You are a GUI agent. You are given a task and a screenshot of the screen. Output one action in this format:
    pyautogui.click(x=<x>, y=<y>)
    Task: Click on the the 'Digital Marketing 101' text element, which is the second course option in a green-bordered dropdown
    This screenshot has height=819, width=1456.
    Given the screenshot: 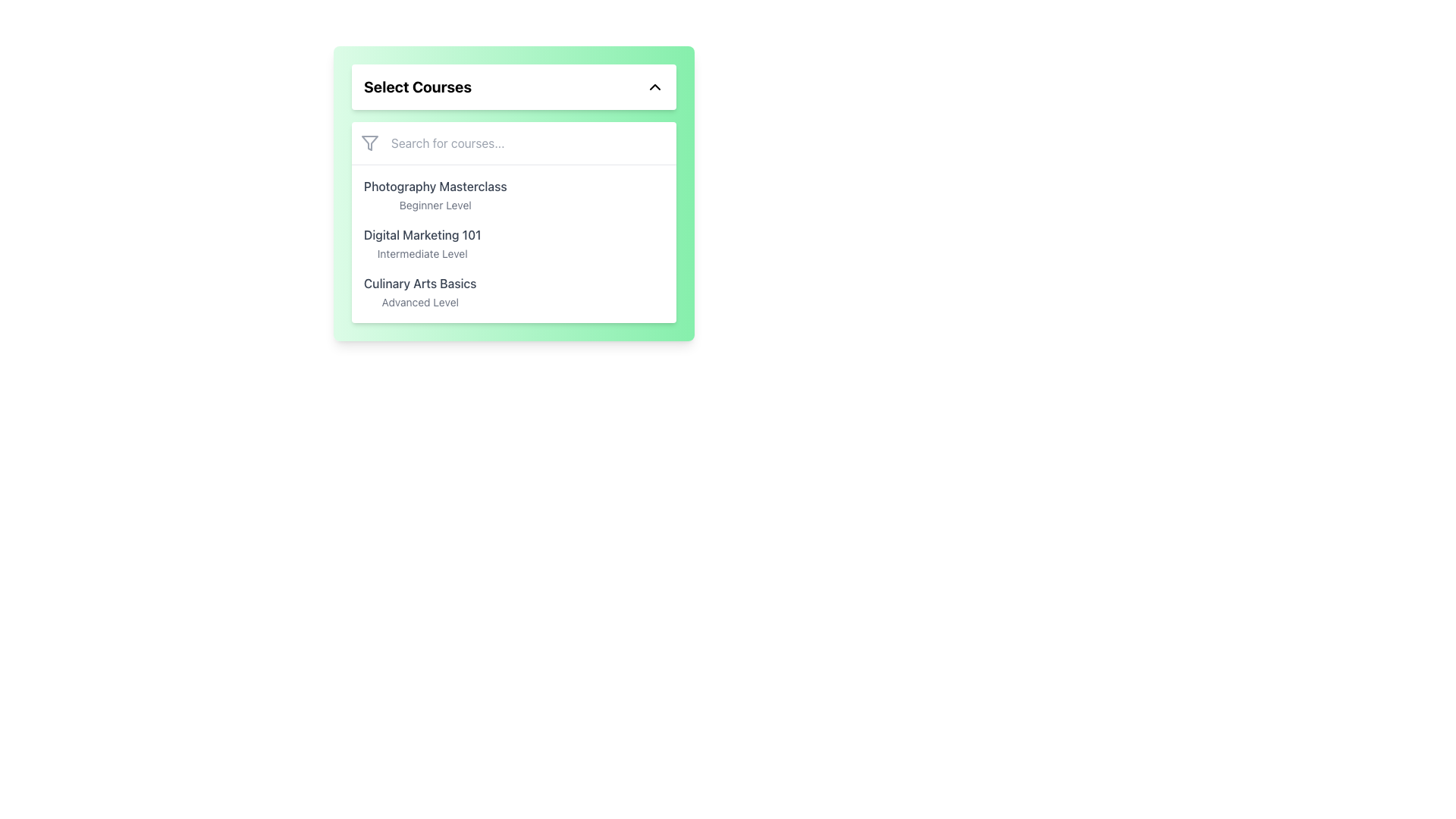 What is the action you would take?
    pyautogui.click(x=422, y=243)
    